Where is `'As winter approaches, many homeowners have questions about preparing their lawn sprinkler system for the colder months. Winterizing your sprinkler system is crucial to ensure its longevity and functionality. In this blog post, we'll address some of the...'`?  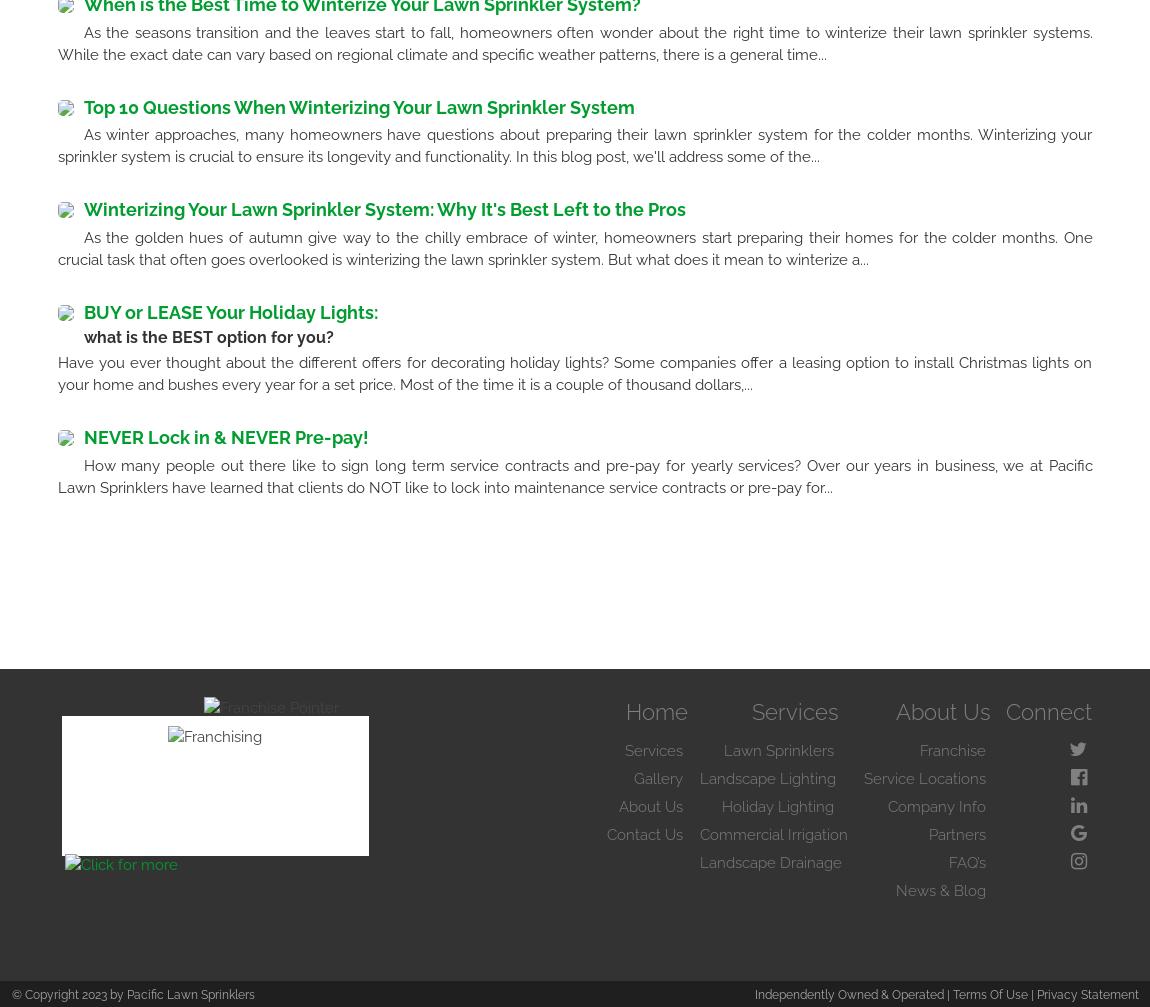 'As winter approaches, many homeowners have questions about preparing their lawn sprinkler system for the colder months. Winterizing your sprinkler system is crucial to ensure its longevity and functionality. In this blog post, we'll address some of the...' is located at coordinates (574, 146).